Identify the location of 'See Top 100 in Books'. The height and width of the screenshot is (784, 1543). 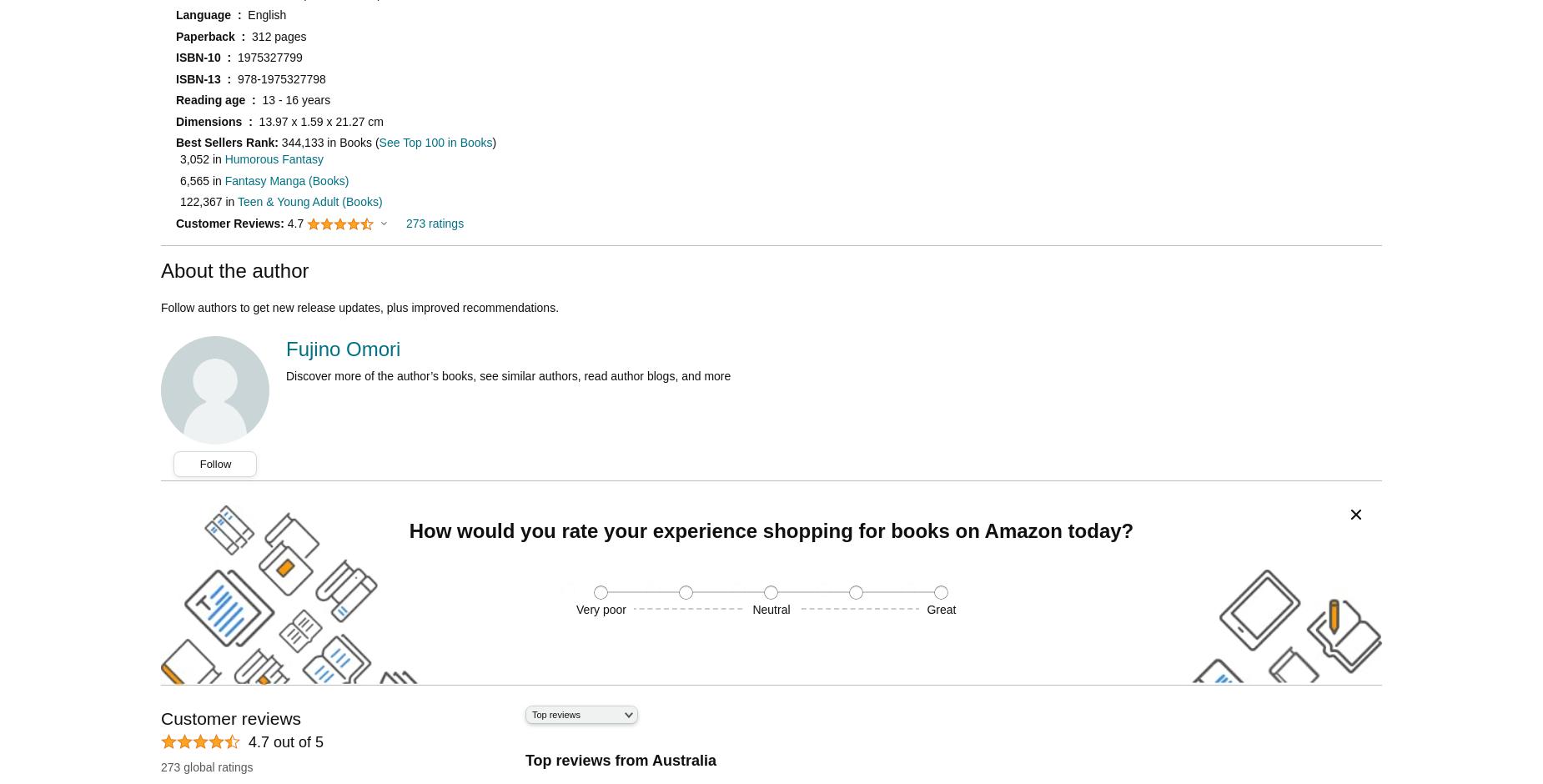
(377, 142).